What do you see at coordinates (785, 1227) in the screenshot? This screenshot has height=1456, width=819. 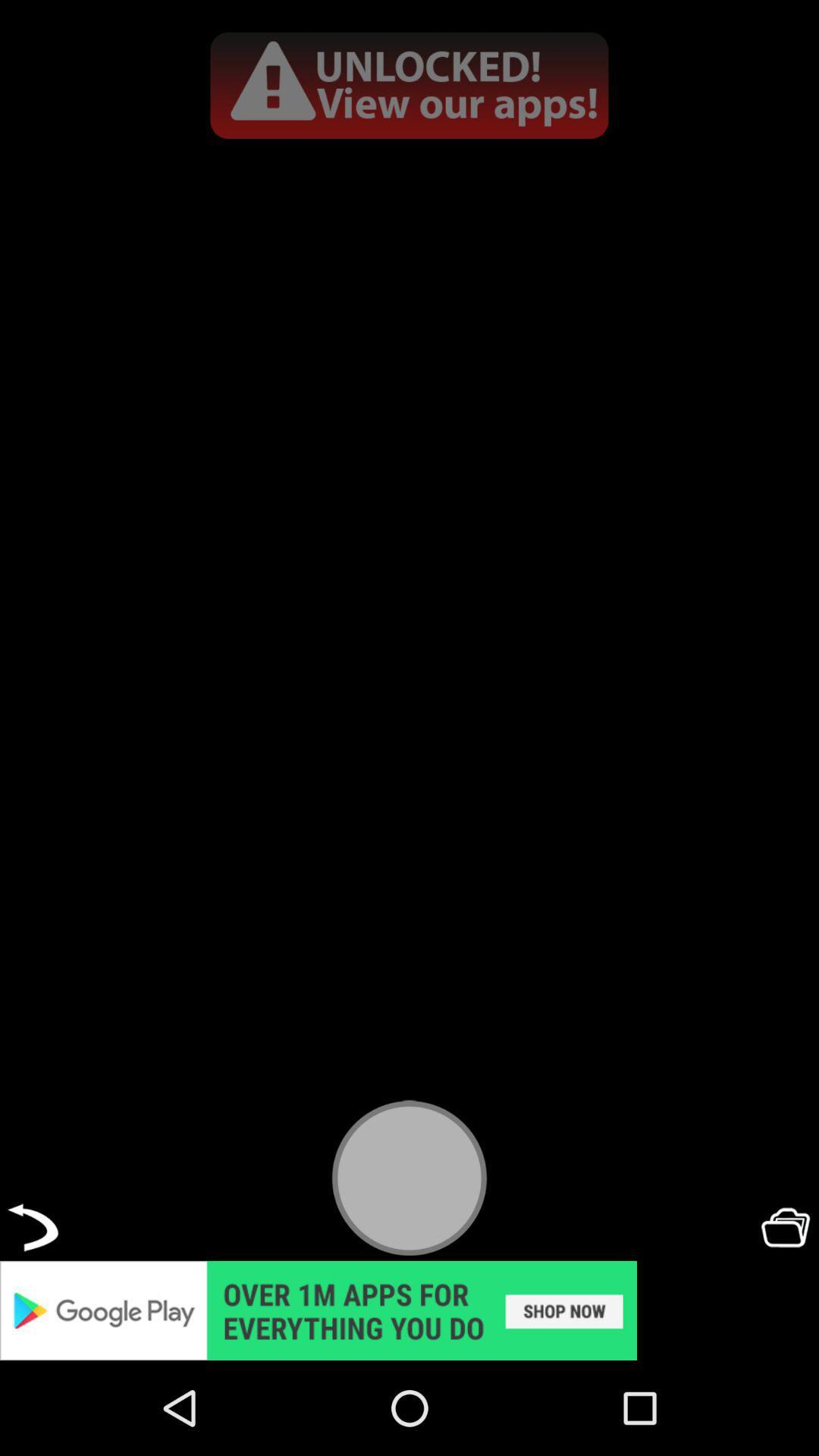 I see `open folder button` at bounding box center [785, 1227].